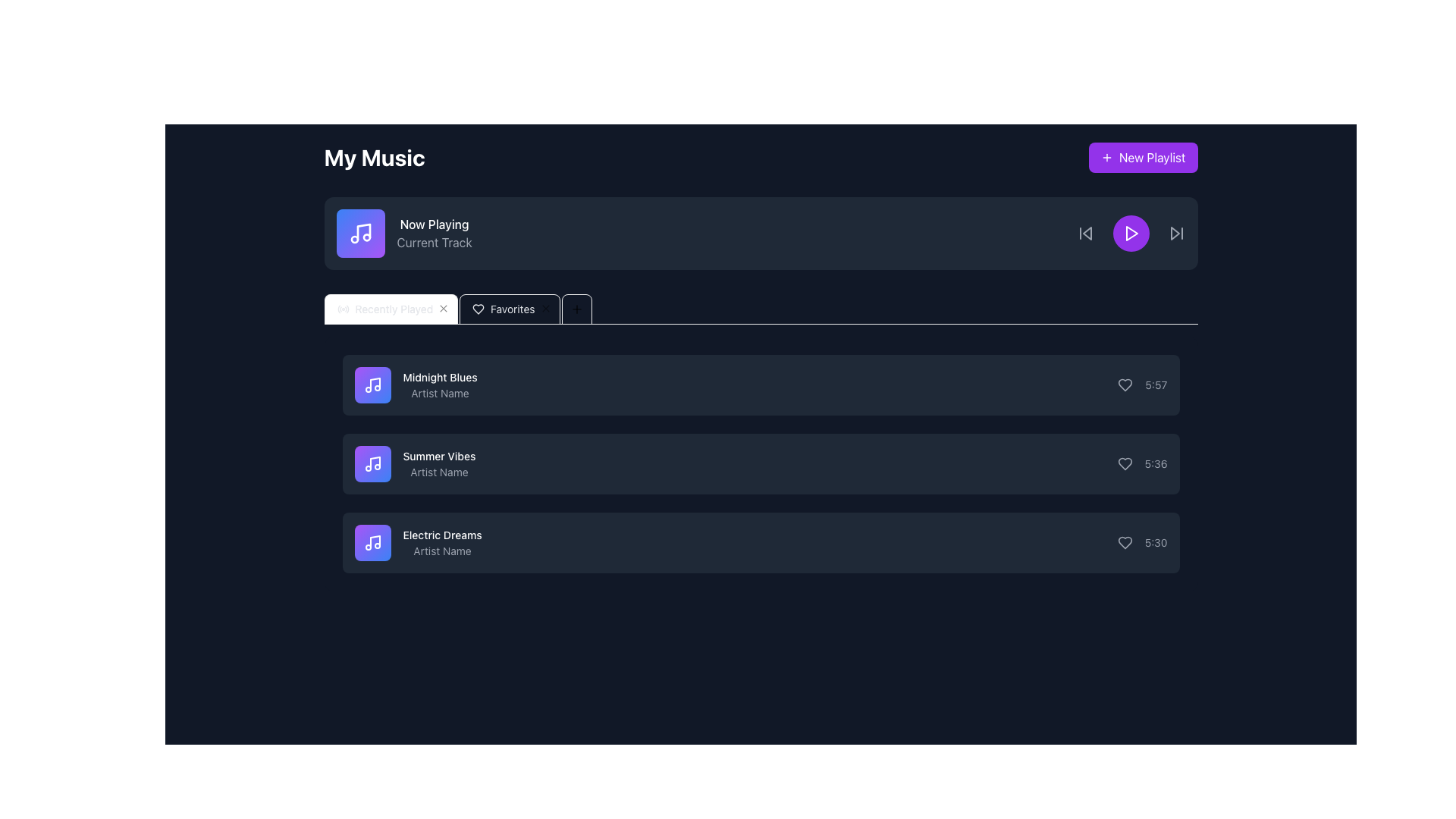  Describe the element at coordinates (1143, 158) in the screenshot. I see `the 'Create New Playlist' button located at the top-right corner of the 'My Music' interface` at that location.